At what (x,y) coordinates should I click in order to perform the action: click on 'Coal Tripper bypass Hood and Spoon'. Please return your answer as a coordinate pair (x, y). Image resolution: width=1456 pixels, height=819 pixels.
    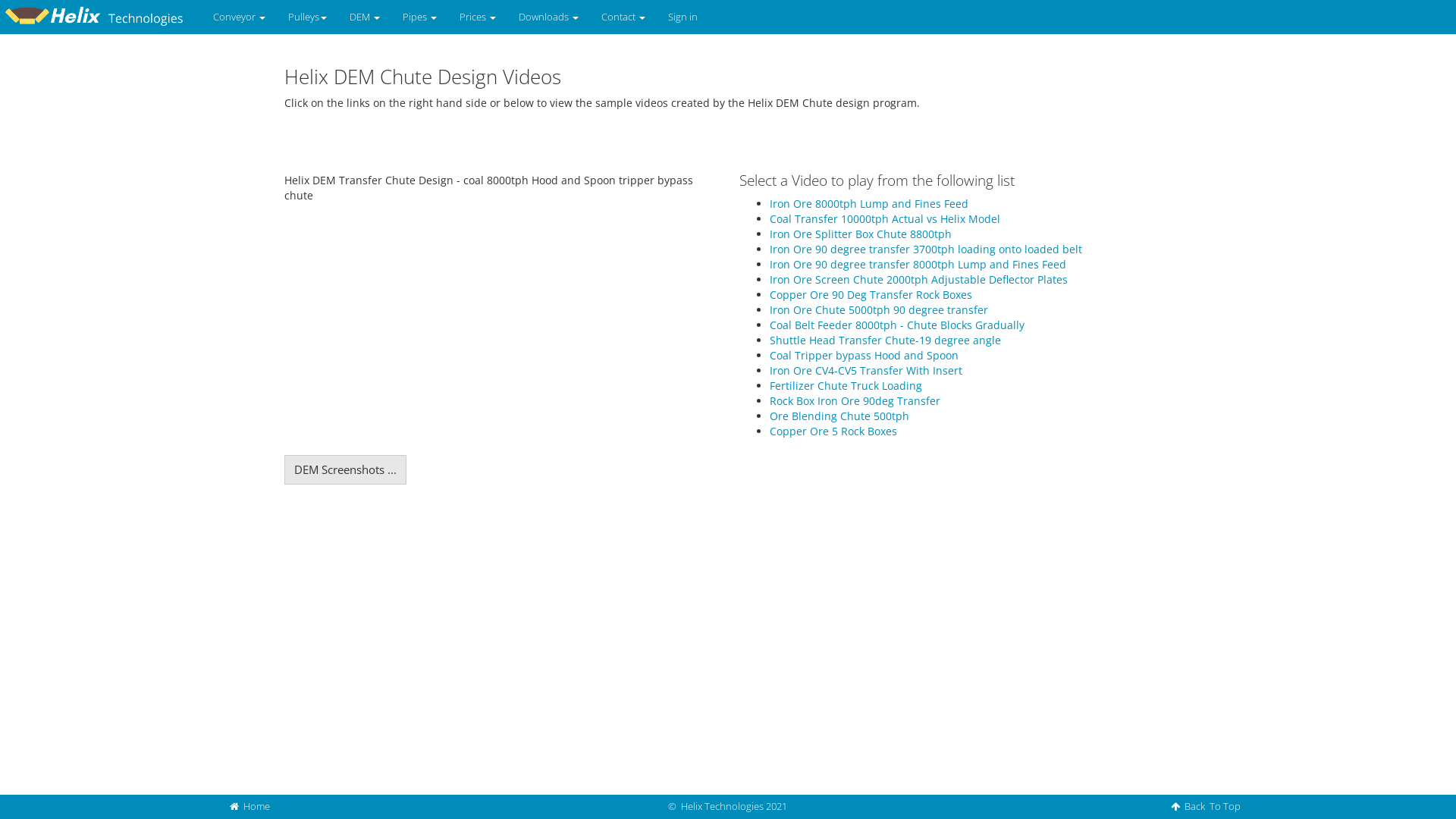
    Looking at the image, I should click on (864, 355).